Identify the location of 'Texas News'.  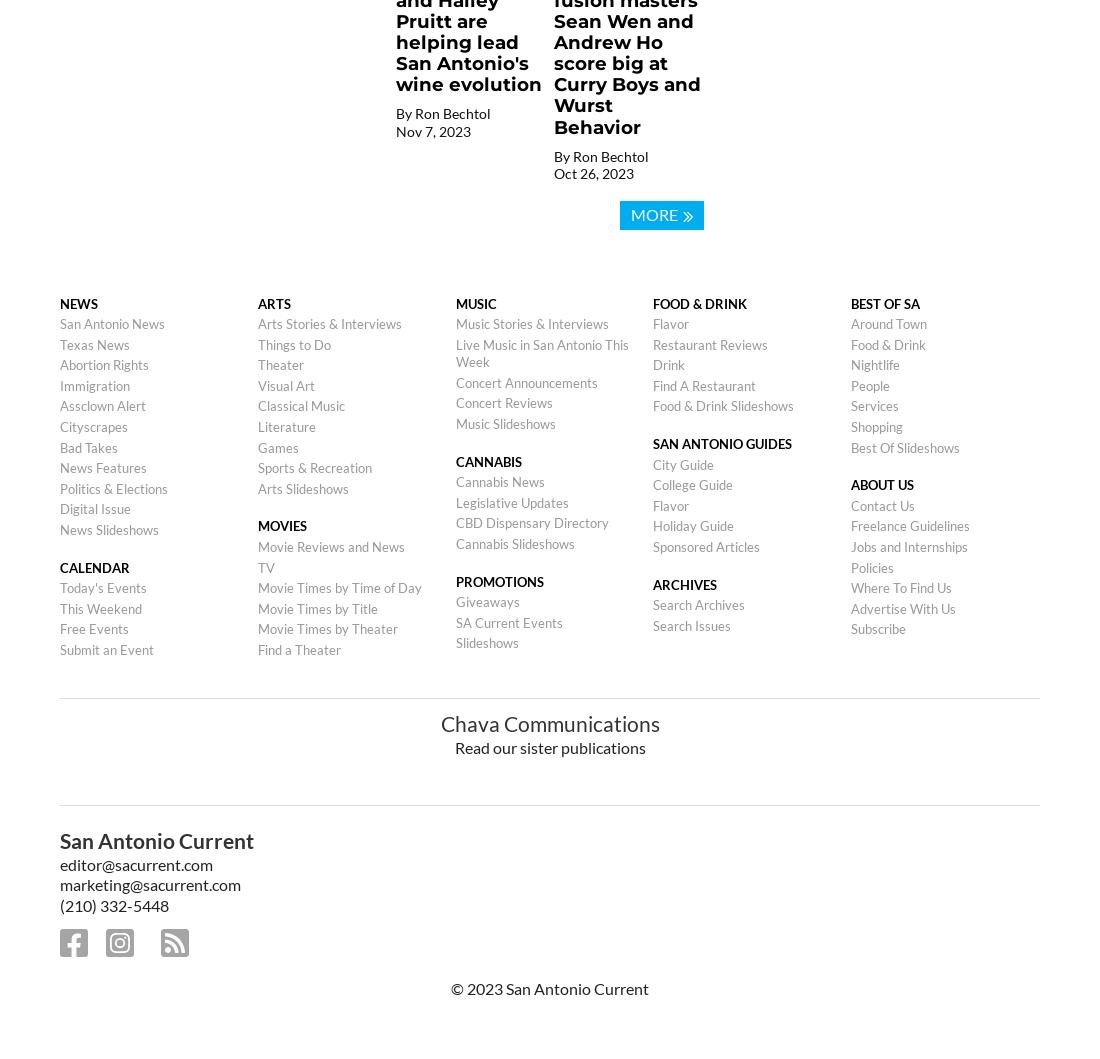
(95, 342).